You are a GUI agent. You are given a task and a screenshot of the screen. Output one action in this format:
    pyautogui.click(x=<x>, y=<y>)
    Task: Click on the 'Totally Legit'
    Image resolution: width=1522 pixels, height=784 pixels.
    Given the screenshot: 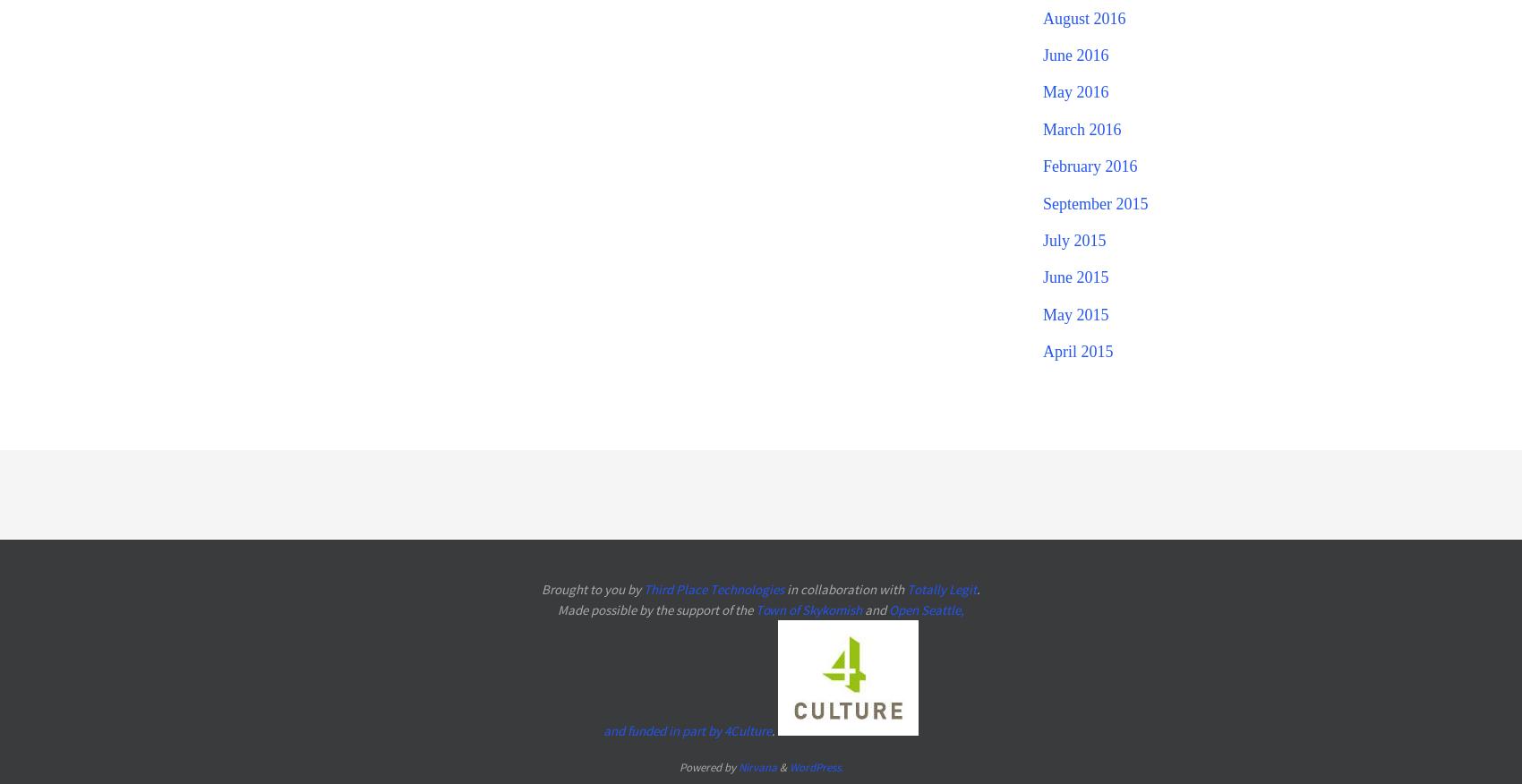 What is the action you would take?
    pyautogui.click(x=940, y=588)
    